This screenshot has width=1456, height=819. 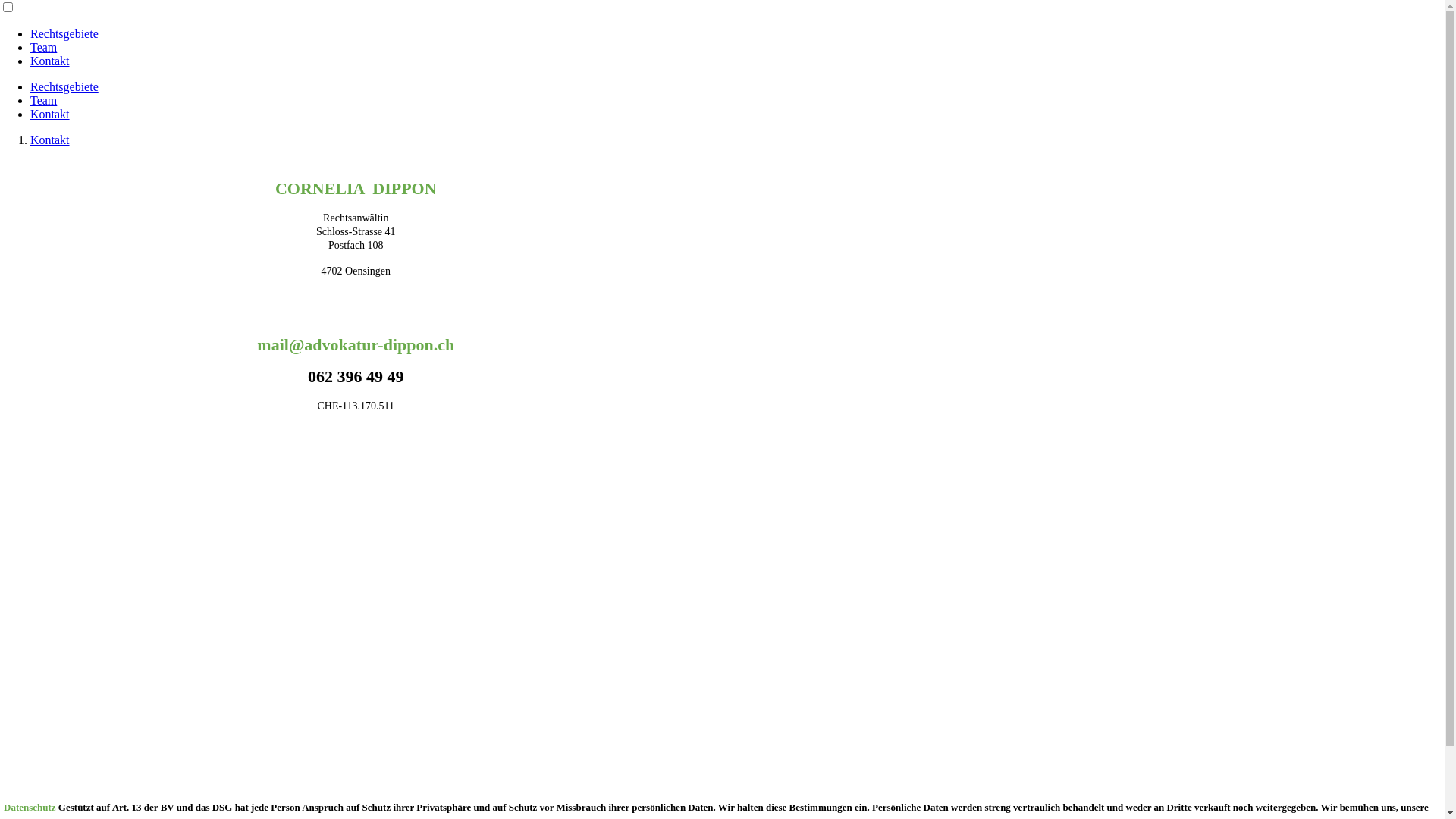 What do you see at coordinates (50, 60) in the screenshot?
I see `'Kontakt'` at bounding box center [50, 60].